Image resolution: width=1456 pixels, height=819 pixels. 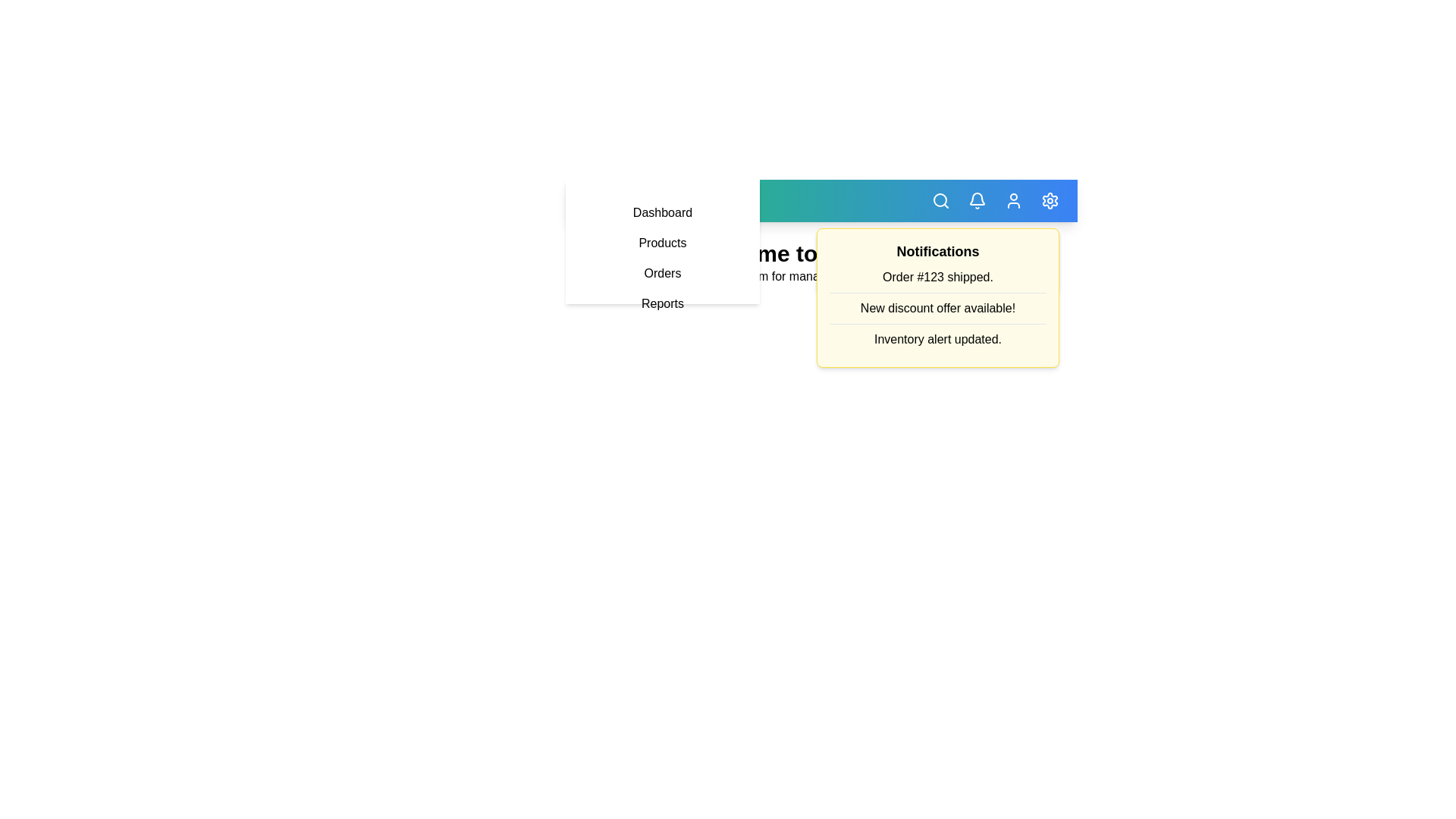 I want to click on the bell-shaped notification icon located in the top-right corner of the interface, so click(x=977, y=200).